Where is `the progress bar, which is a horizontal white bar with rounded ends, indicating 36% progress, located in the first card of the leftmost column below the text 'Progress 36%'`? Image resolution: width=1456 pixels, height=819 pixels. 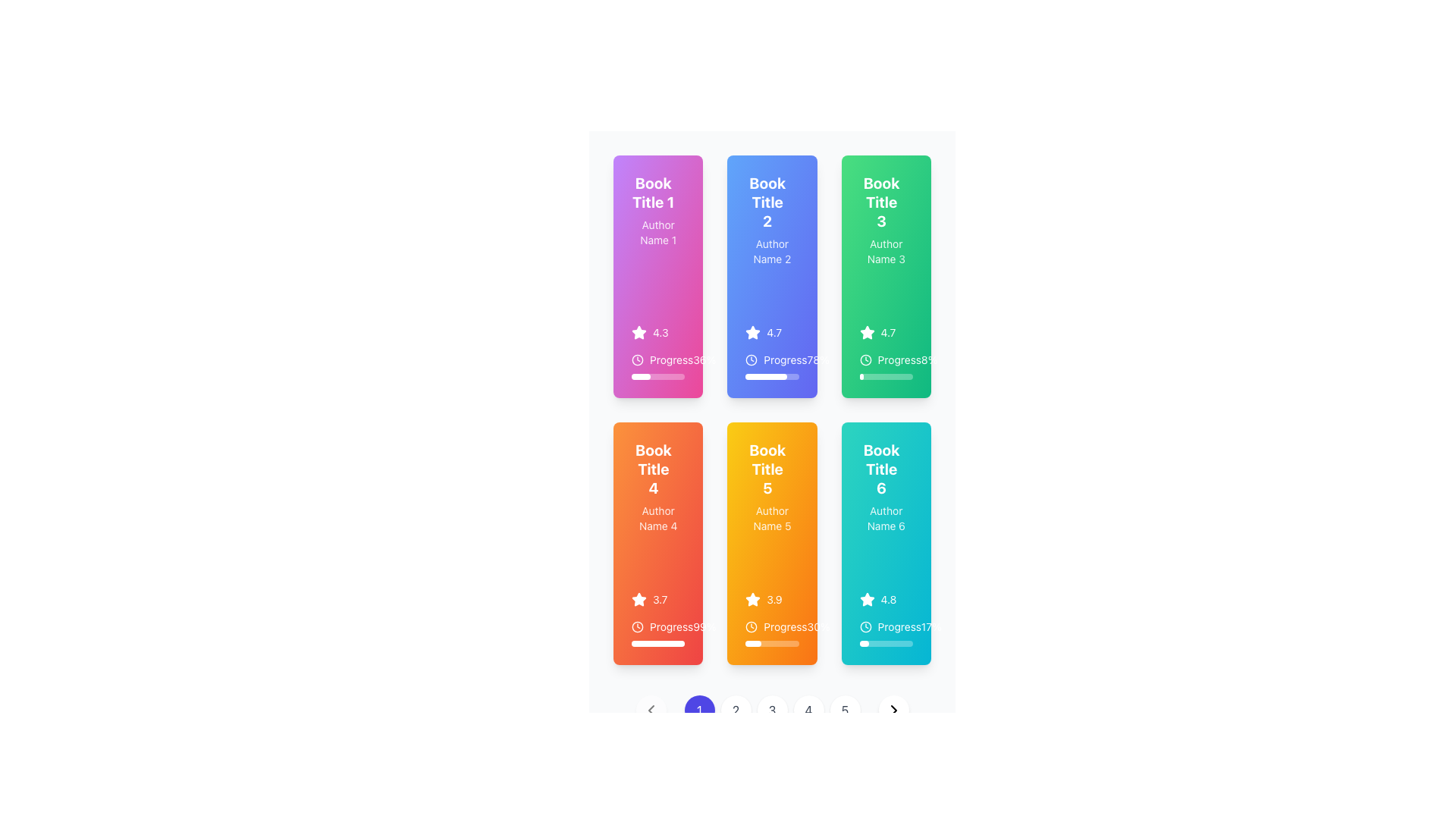
the progress bar, which is a horizontal white bar with rounded ends, indicating 36% progress, located in the first card of the leftmost column below the text 'Progress 36%' is located at coordinates (641, 376).